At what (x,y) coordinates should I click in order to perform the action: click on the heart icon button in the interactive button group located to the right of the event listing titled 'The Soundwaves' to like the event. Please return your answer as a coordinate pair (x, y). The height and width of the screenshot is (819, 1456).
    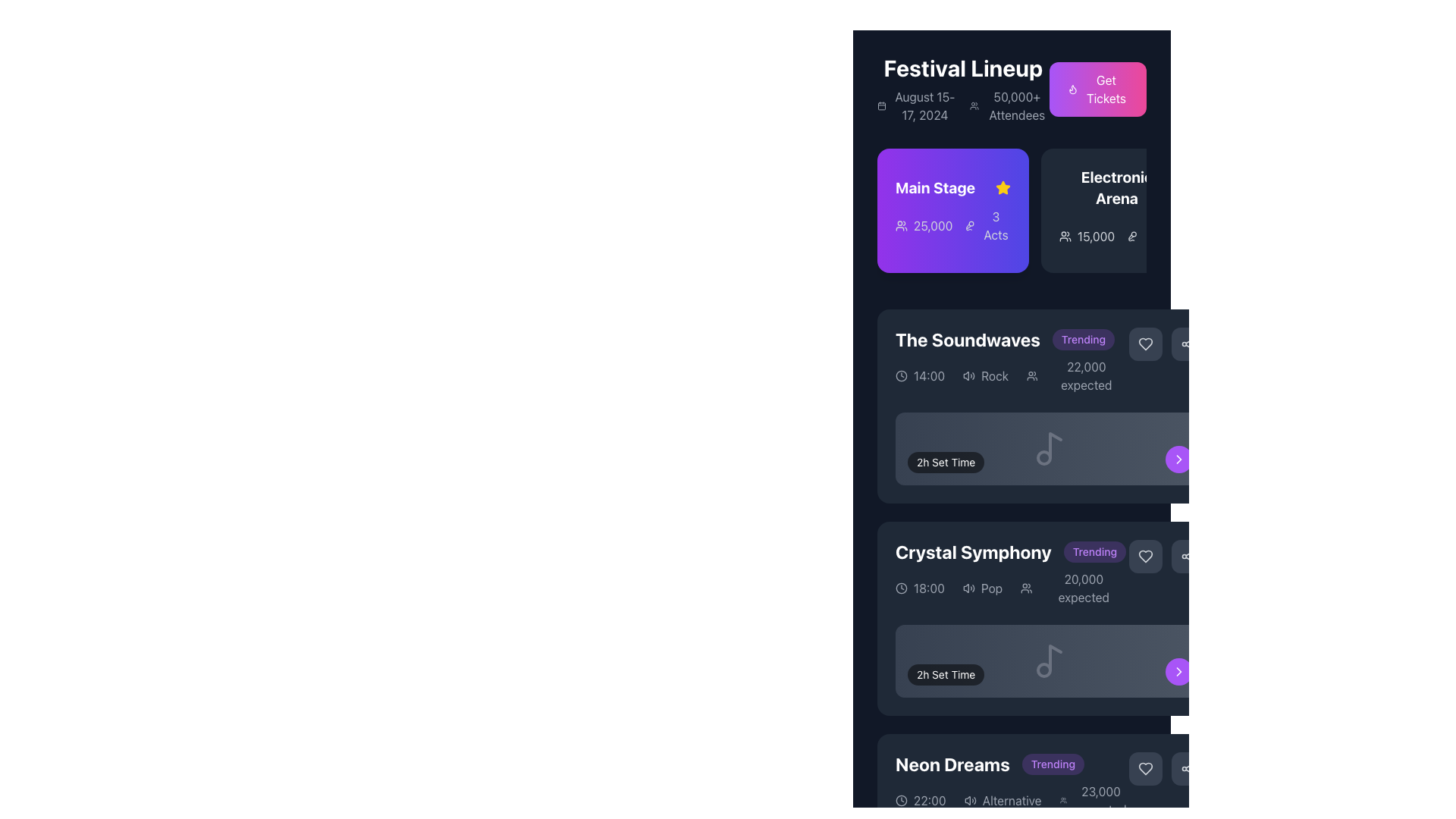
    Looking at the image, I should click on (1166, 344).